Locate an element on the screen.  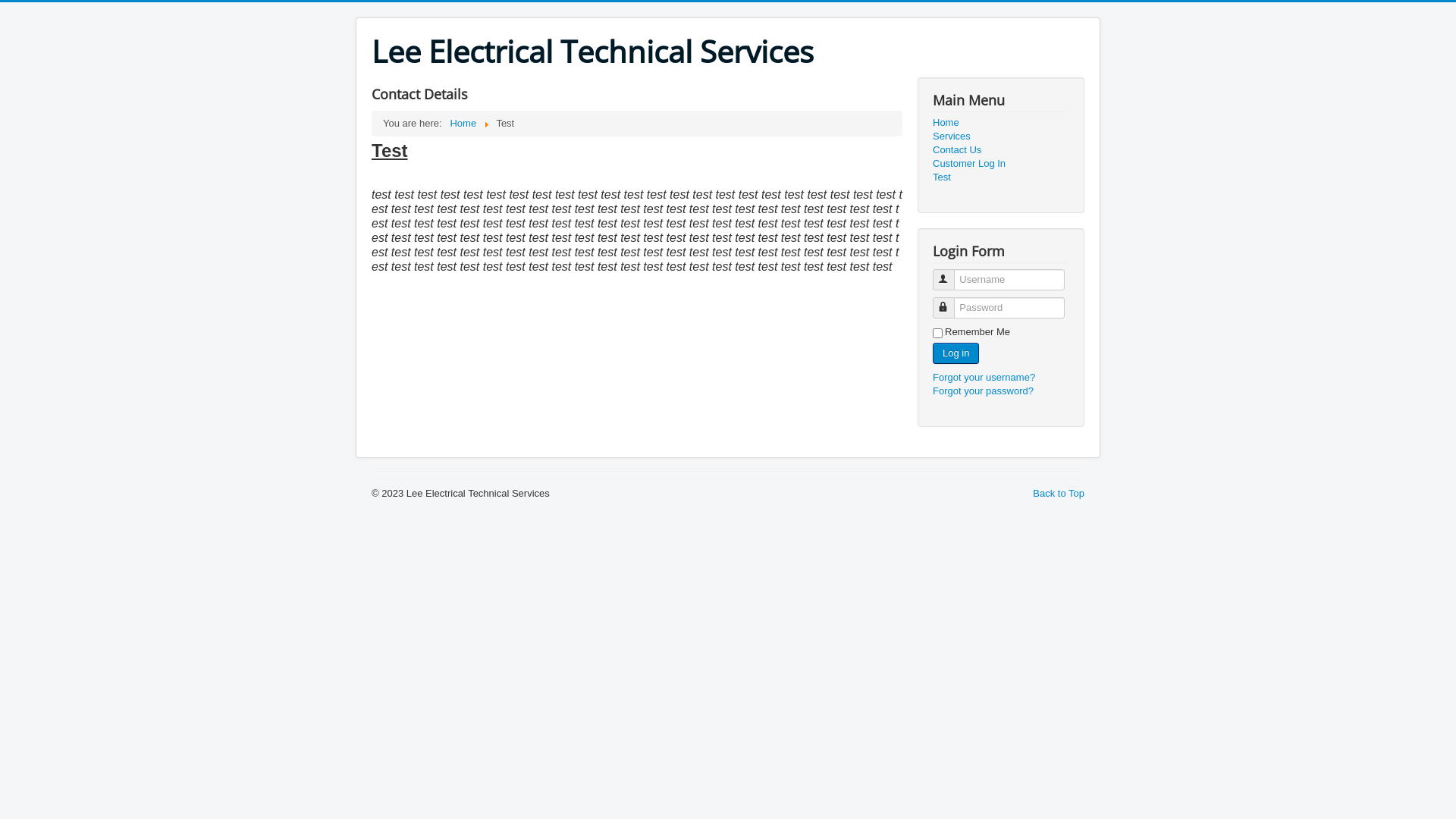
'Password' is located at coordinates (937, 307).